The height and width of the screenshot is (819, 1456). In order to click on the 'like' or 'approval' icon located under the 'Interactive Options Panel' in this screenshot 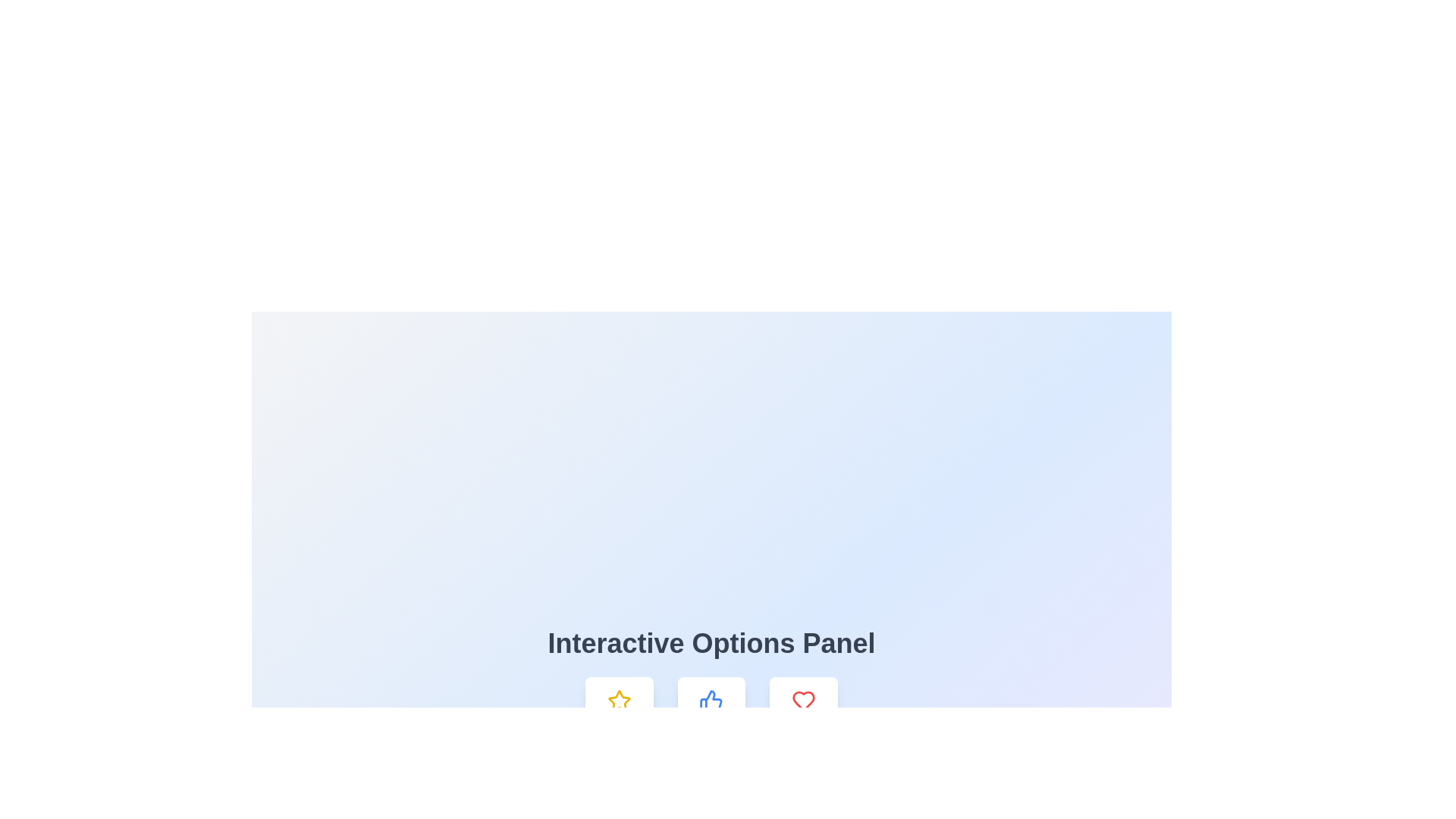, I will do `click(711, 701)`.